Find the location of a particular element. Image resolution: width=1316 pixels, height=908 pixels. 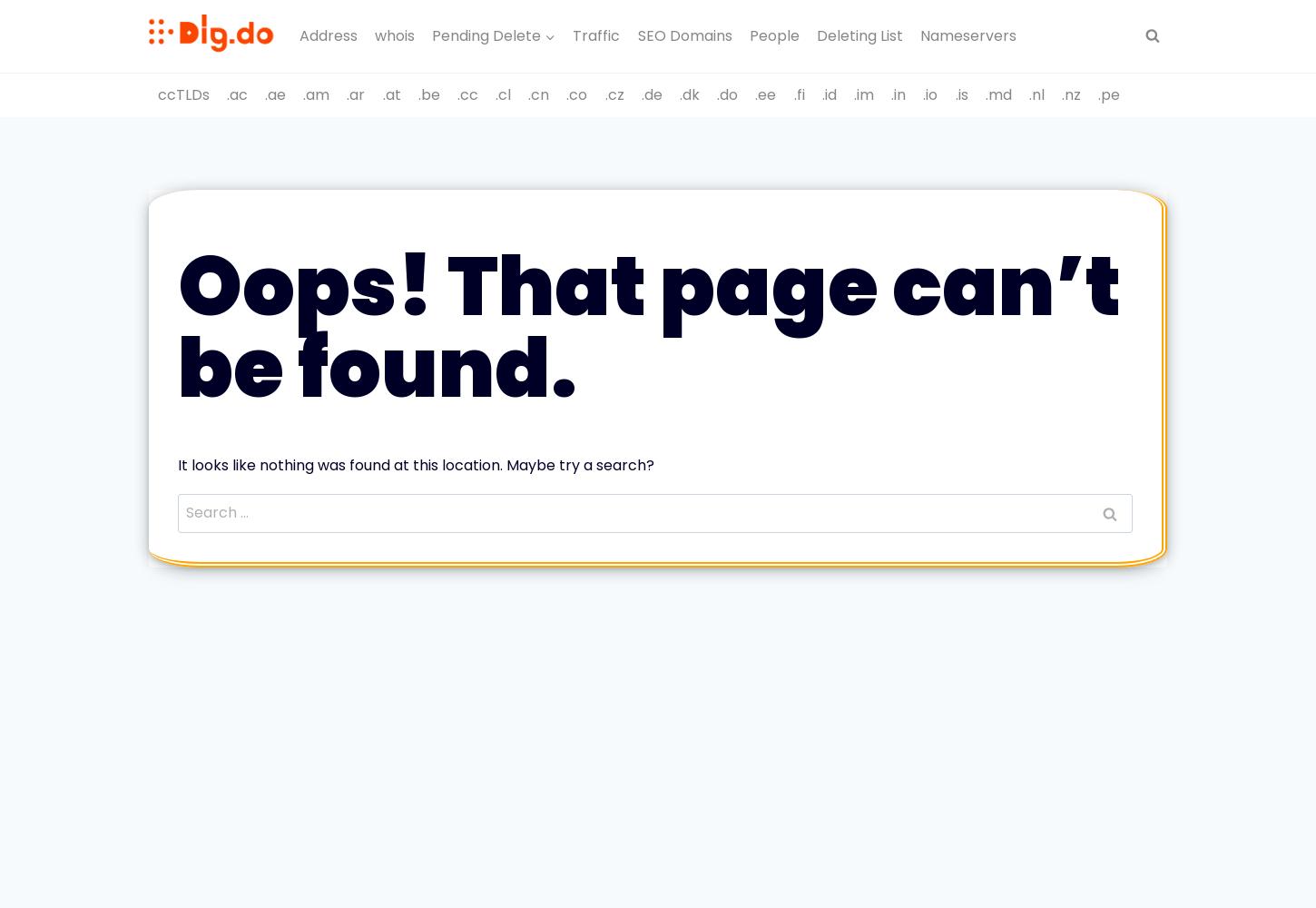

'.cz' is located at coordinates (613, 93).